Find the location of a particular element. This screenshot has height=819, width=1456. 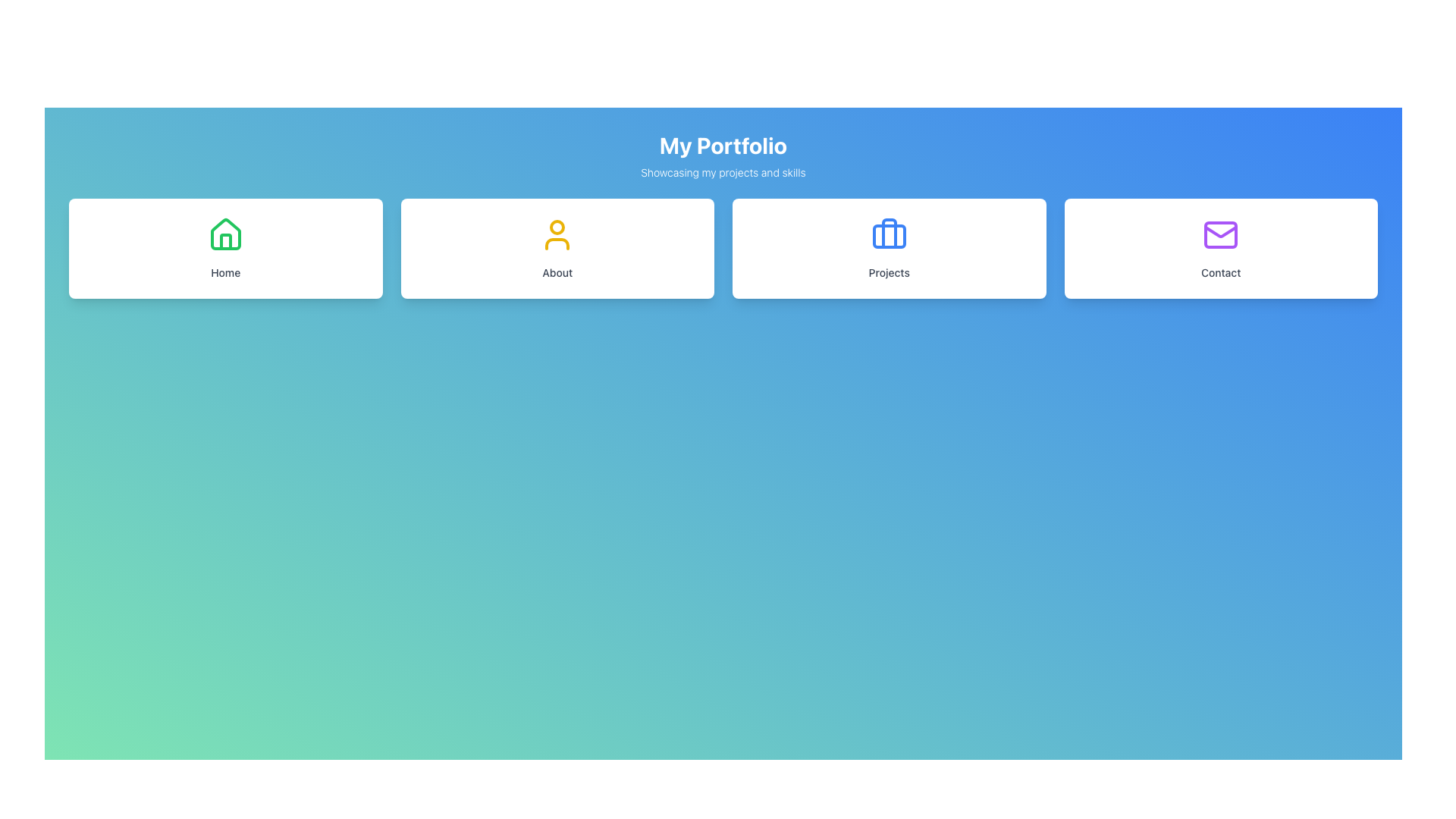

the SVG graphic component of the briefcase icon located in the center of the 'Projects' card is located at coordinates (889, 237).